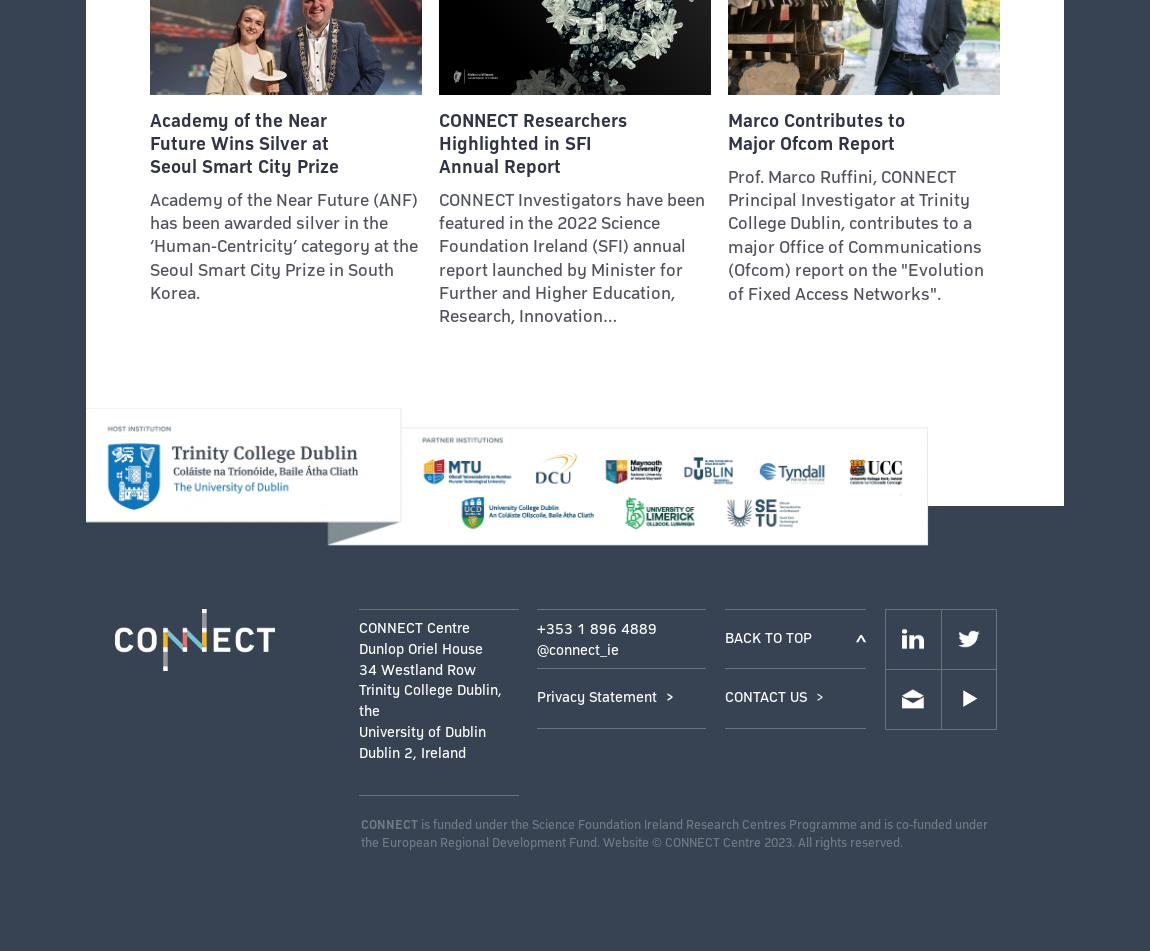 This screenshot has height=951, width=1150. Describe the element at coordinates (242, 143) in the screenshot. I see `'Academy of the Near Future Wins Silver at Seoul Smart City Prize'` at that location.